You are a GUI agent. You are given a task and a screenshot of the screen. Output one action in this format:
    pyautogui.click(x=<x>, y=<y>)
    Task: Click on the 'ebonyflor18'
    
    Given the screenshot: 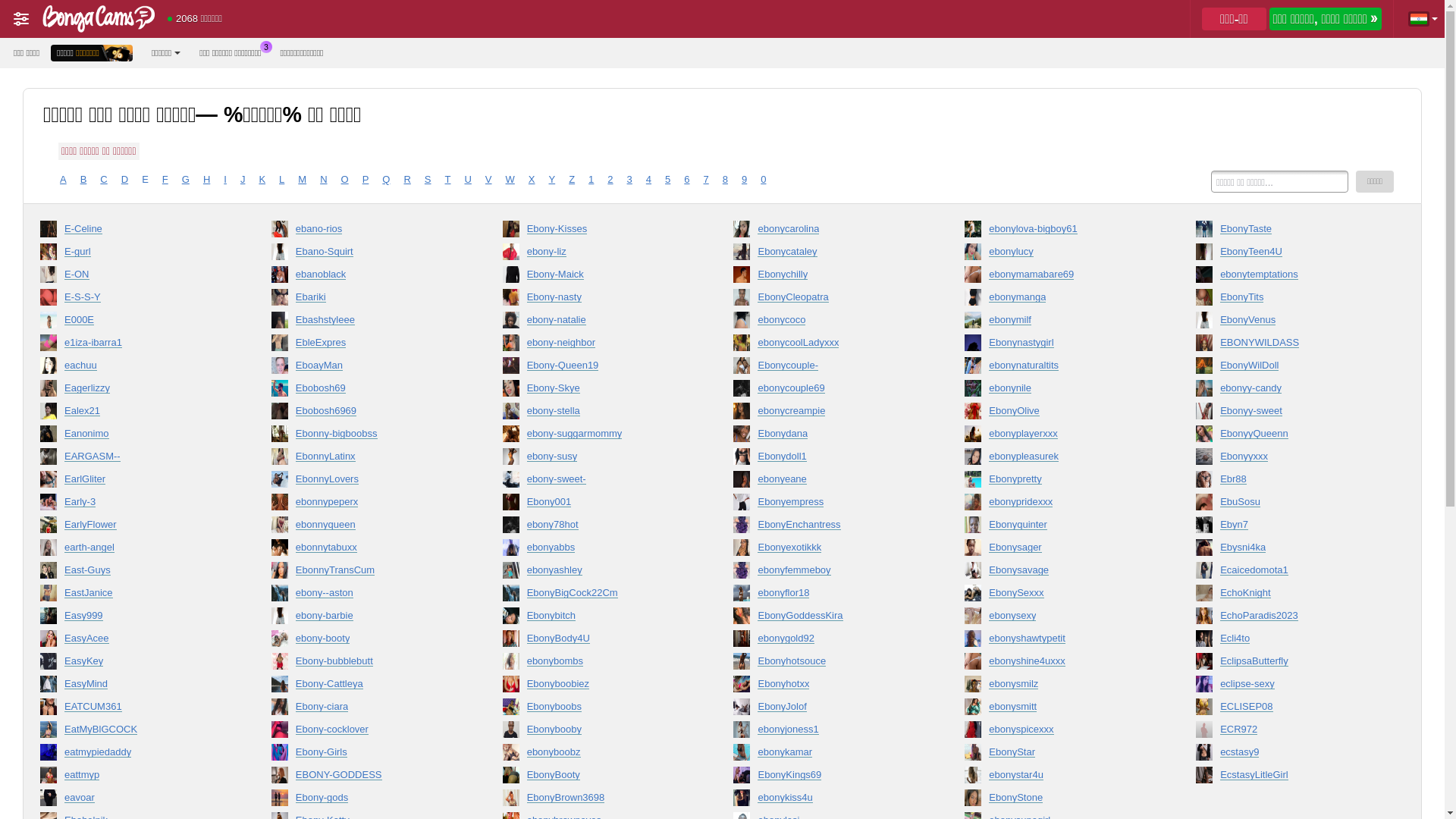 What is the action you would take?
    pyautogui.click(x=826, y=595)
    